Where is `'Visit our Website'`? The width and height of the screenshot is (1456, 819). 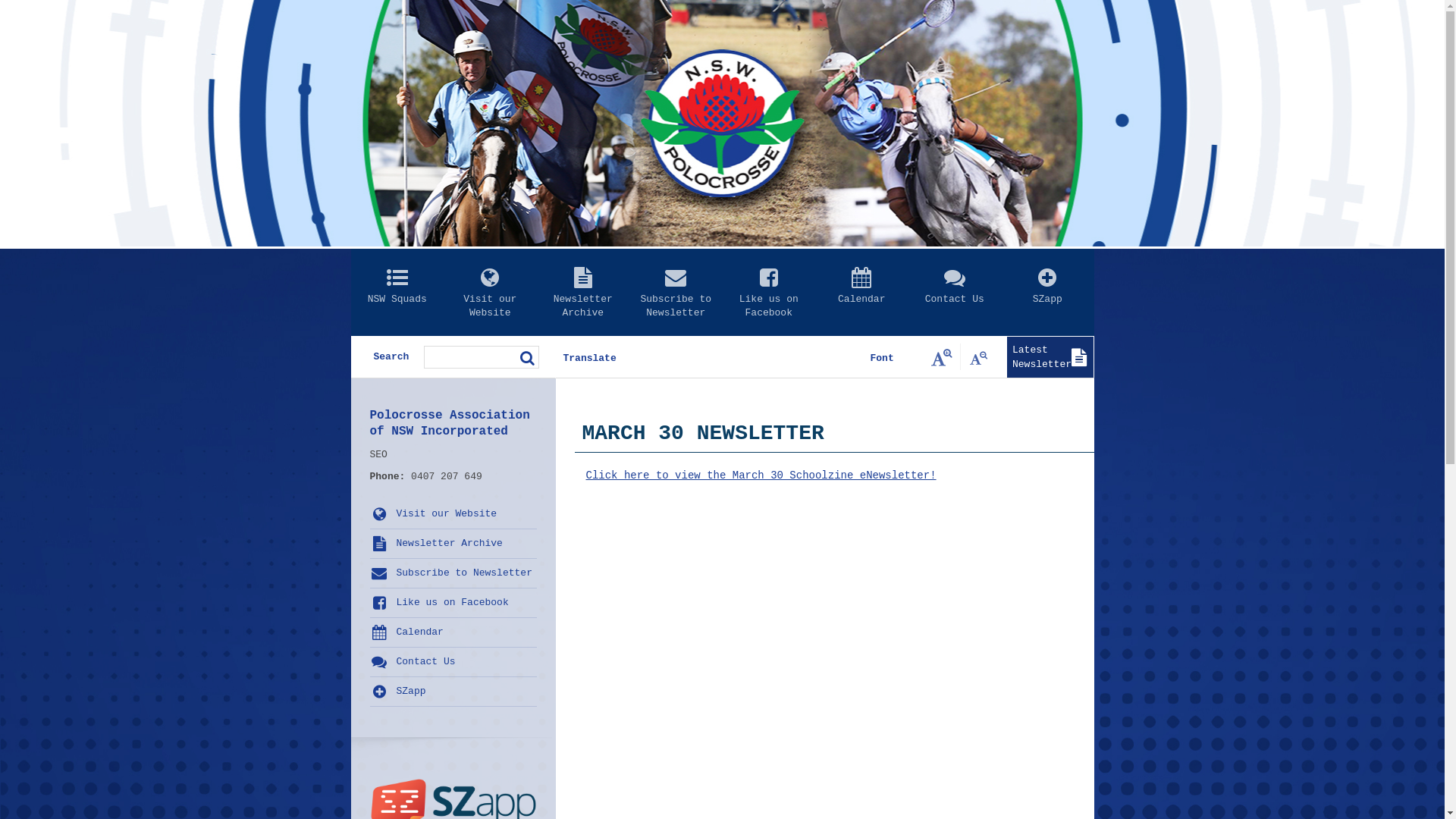 'Visit our Website' is located at coordinates (453, 513).